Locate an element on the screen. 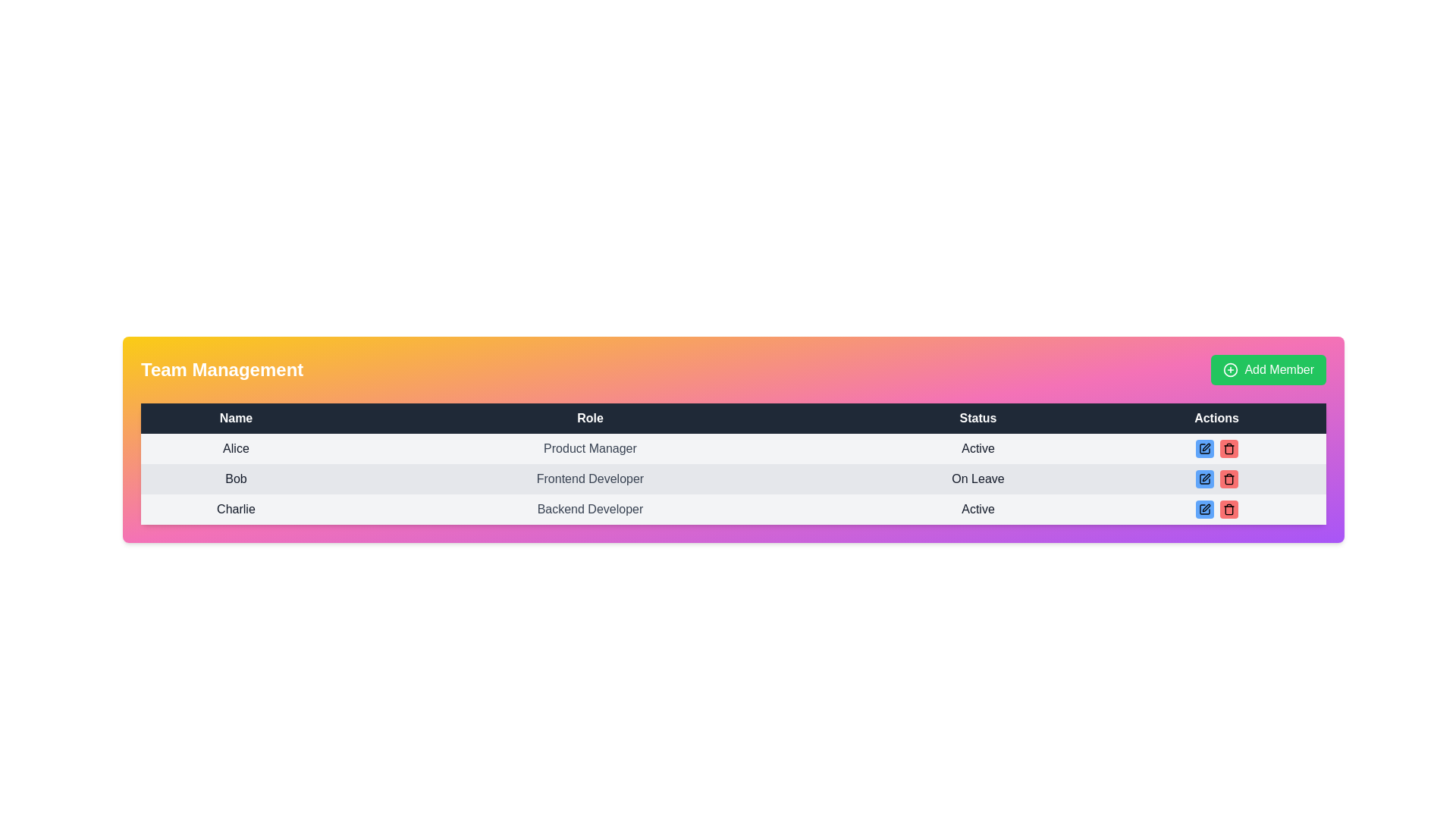  the pen icon button located is located at coordinates (1203, 447).